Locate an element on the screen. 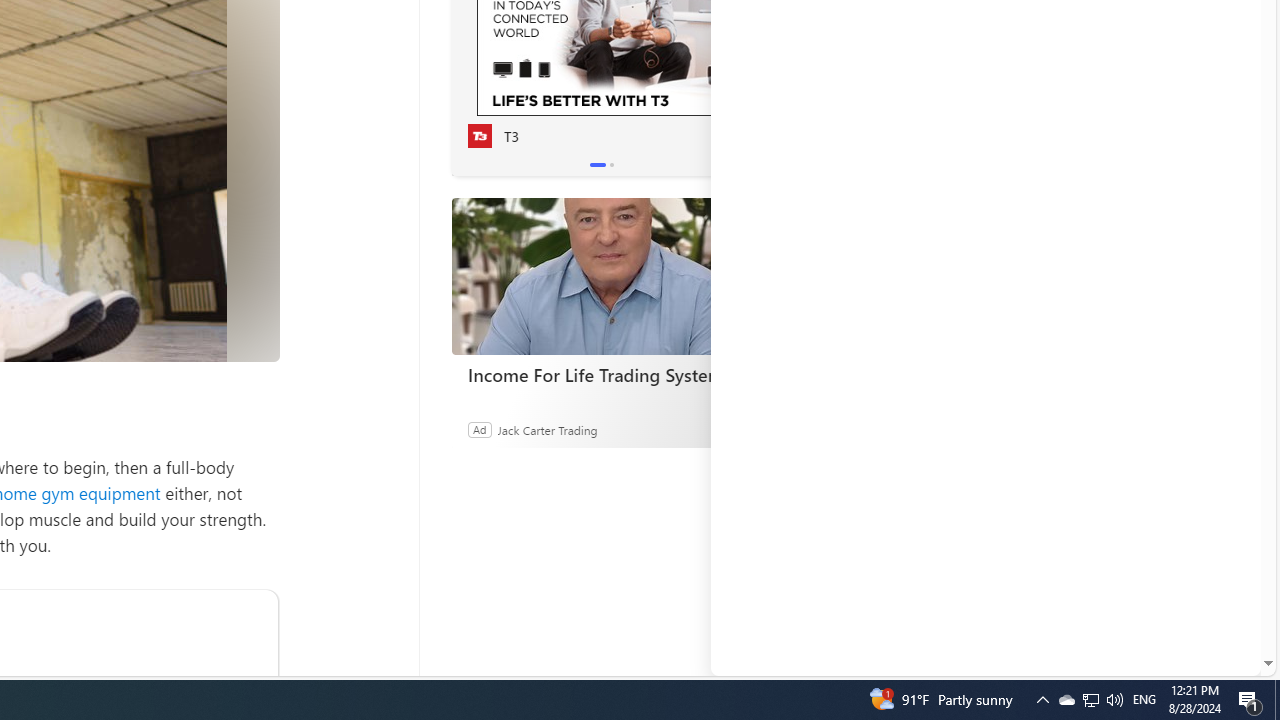  'Income For Life Trading System' is located at coordinates (600, 276).